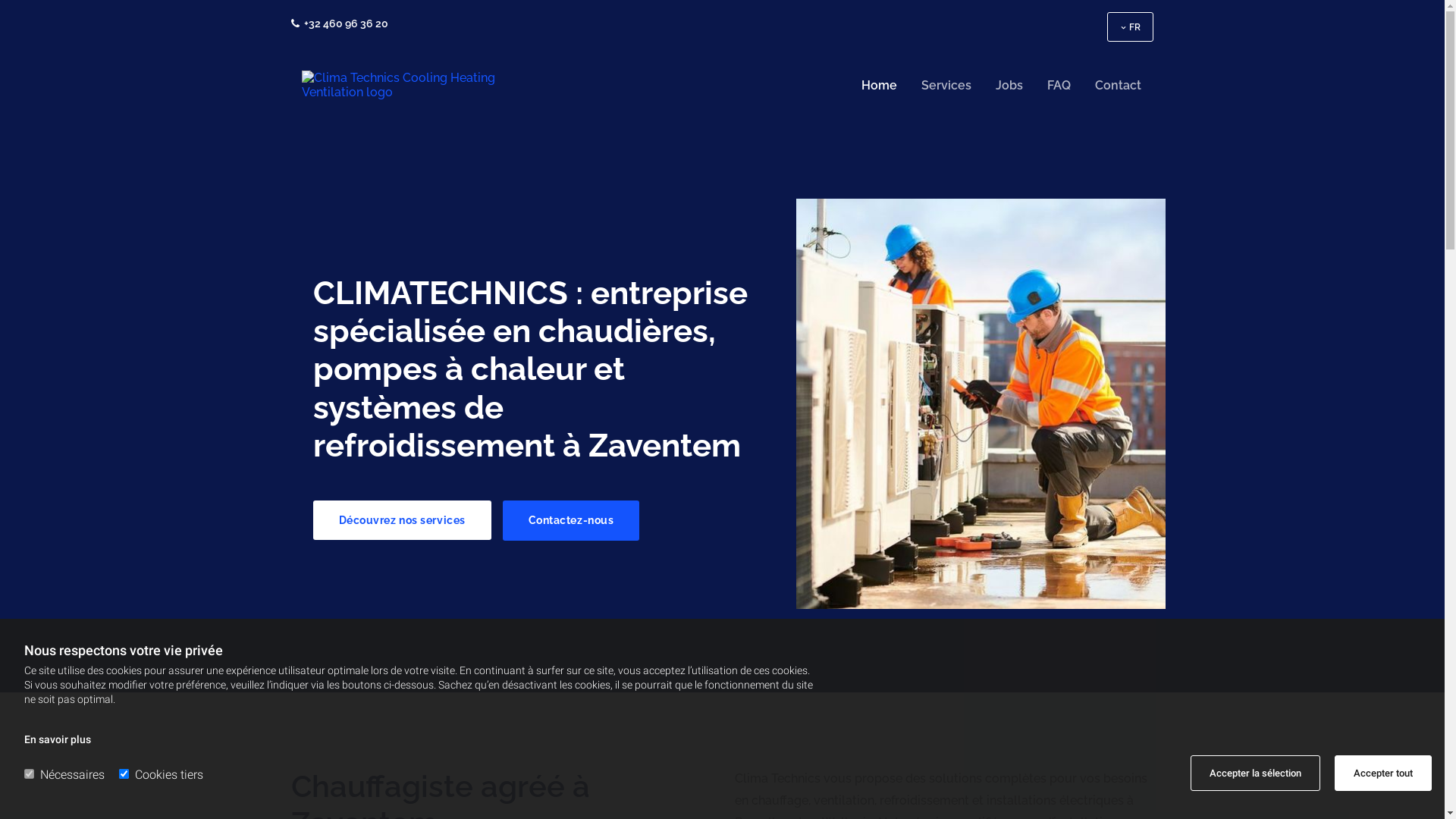  What do you see at coordinates (344, 23) in the screenshot?
I see `'+32 460 96 36 20'` at bounding box center [344, 23].